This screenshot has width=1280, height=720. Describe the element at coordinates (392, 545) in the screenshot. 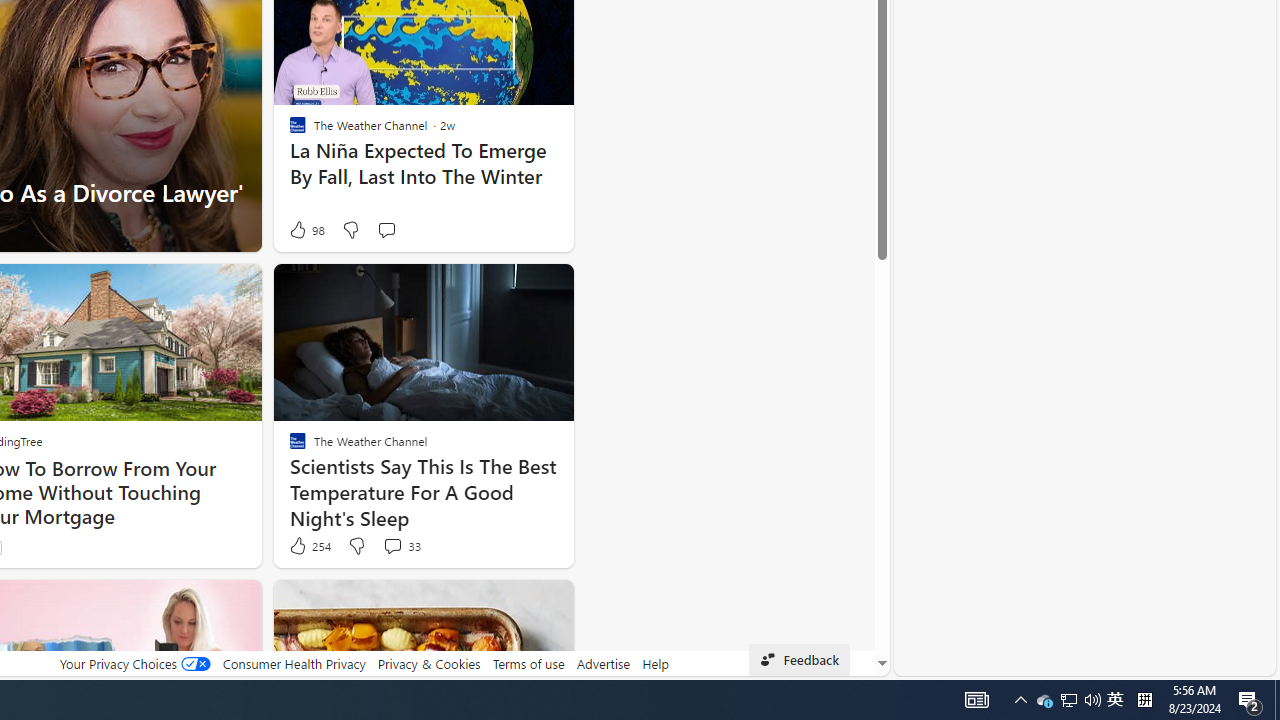

I see `'View comments 33 Comment'` at that location.